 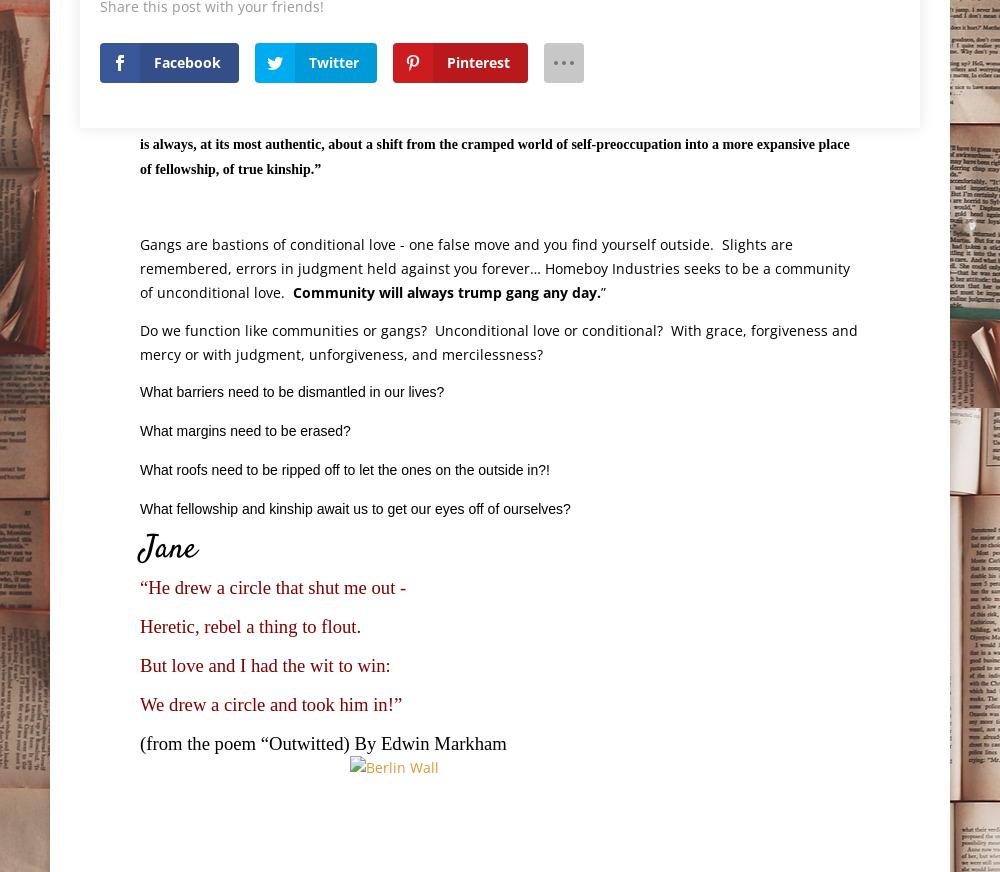 What do you see at coordinates (358, 507) in the screenshot?
I see `'What fellowship and kinship await us to get our eyes off of ourselves?'` at bounding box center [358, 507].